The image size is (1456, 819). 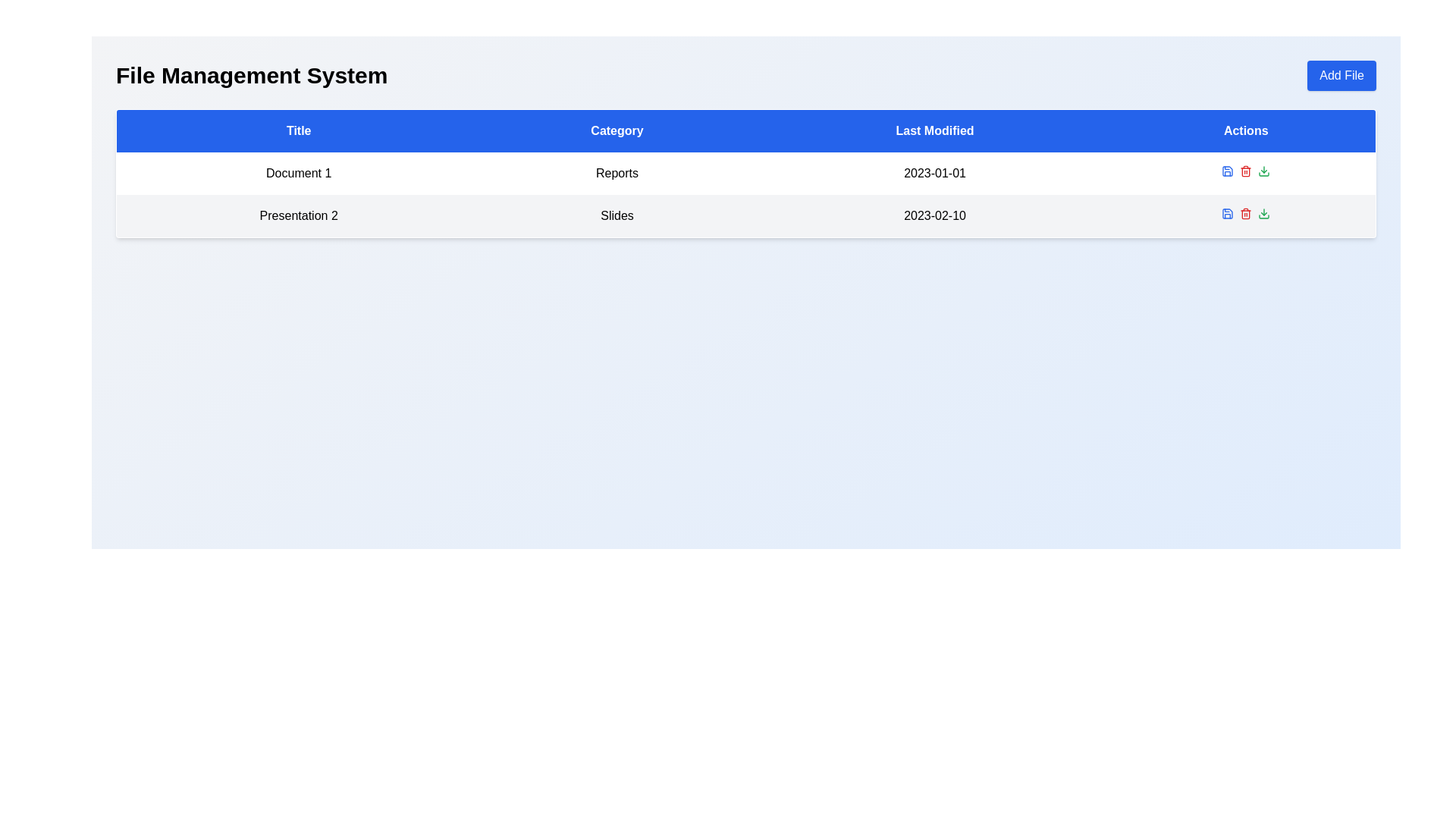 What do you see at coordinates (1246, 130) in the screenshot?
I see `the 'Actions' text label in the table header, which has a blue background and is aligned with other headers such as 'Title', 'Category', and 'Last Modified'` at bounding box center [1246, 130].